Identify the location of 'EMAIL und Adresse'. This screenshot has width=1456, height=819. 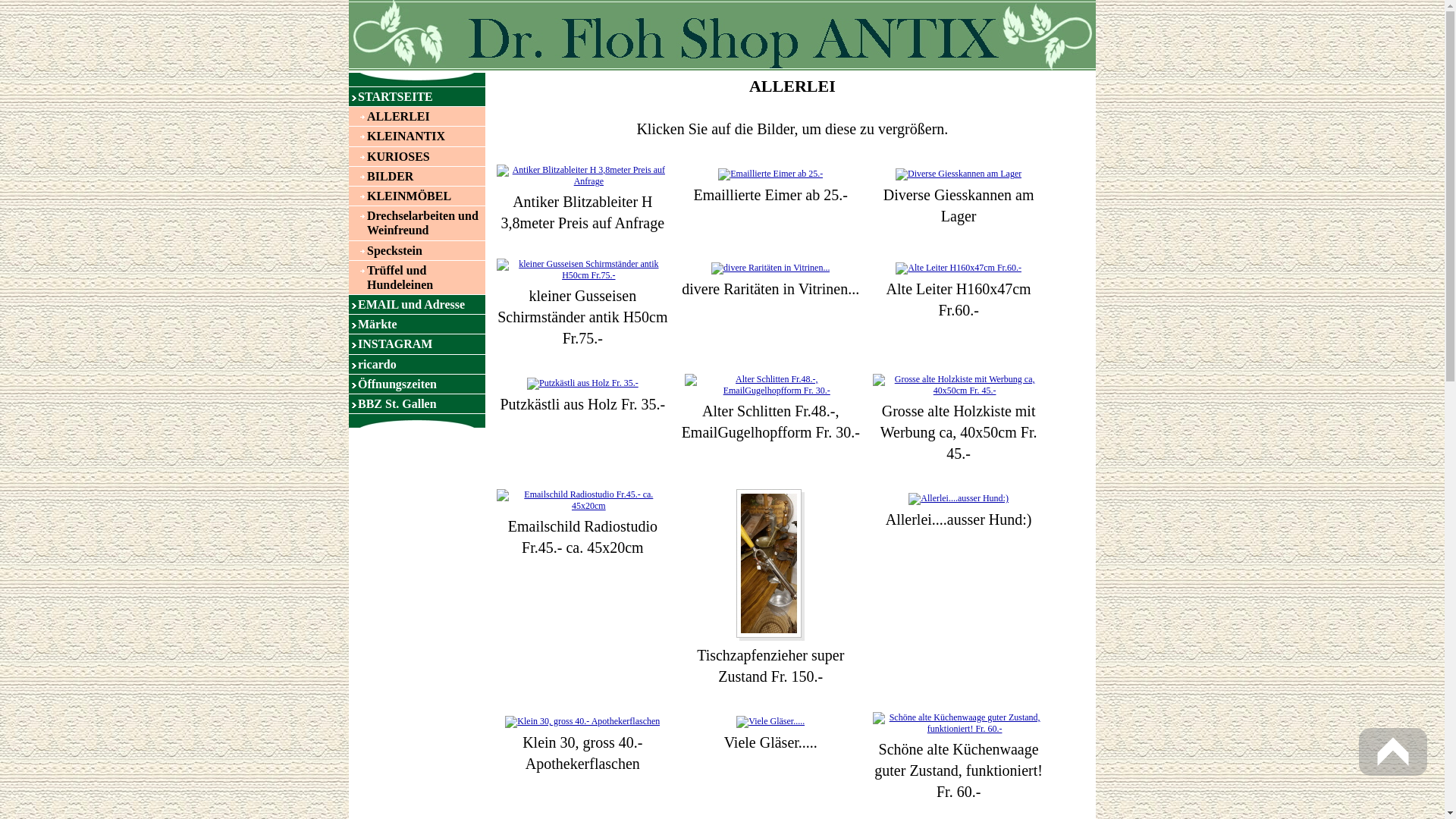
(417, 304).